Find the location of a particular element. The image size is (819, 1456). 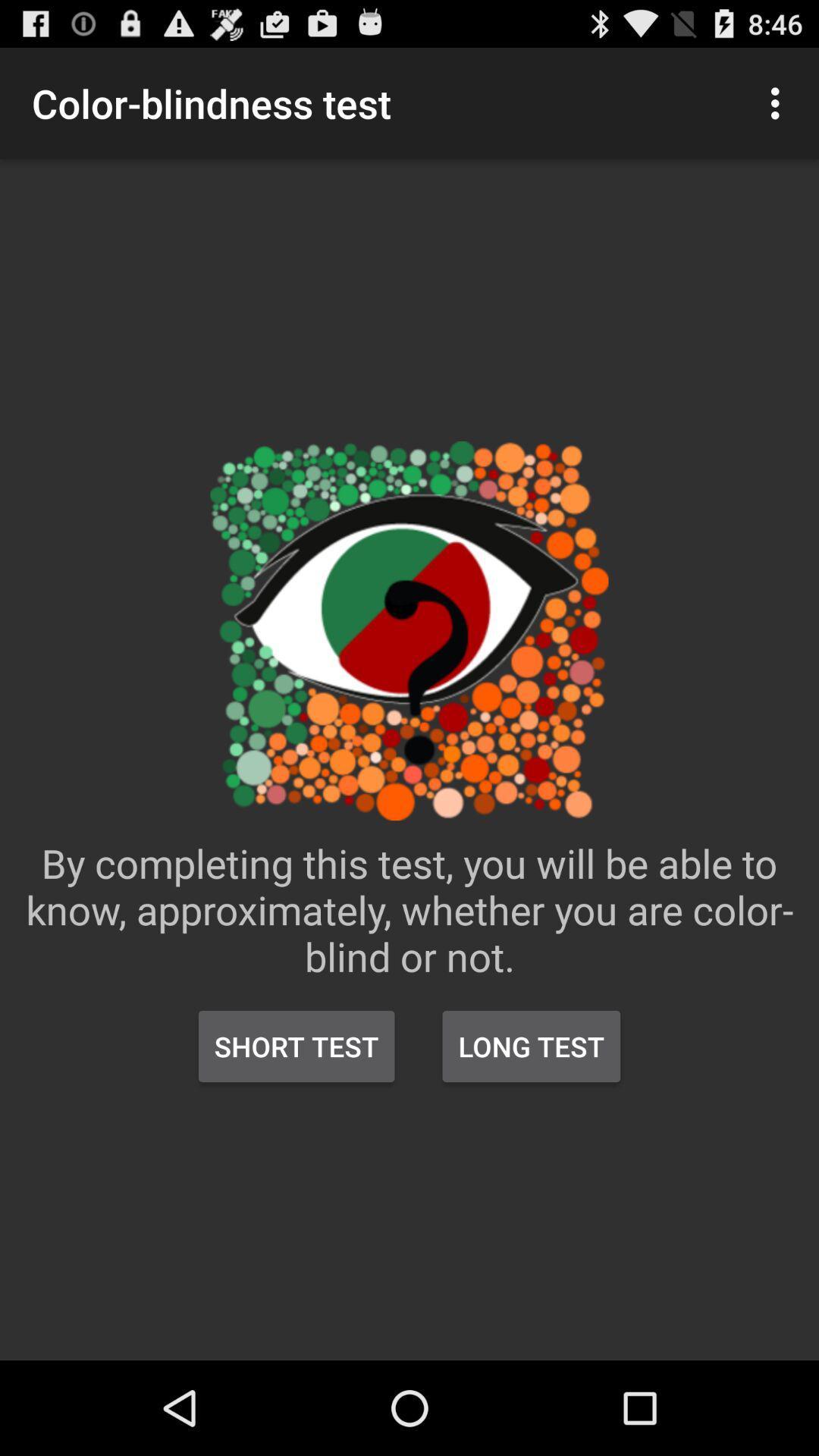

item next to the short test icon is located at coordinates (530, 1046).